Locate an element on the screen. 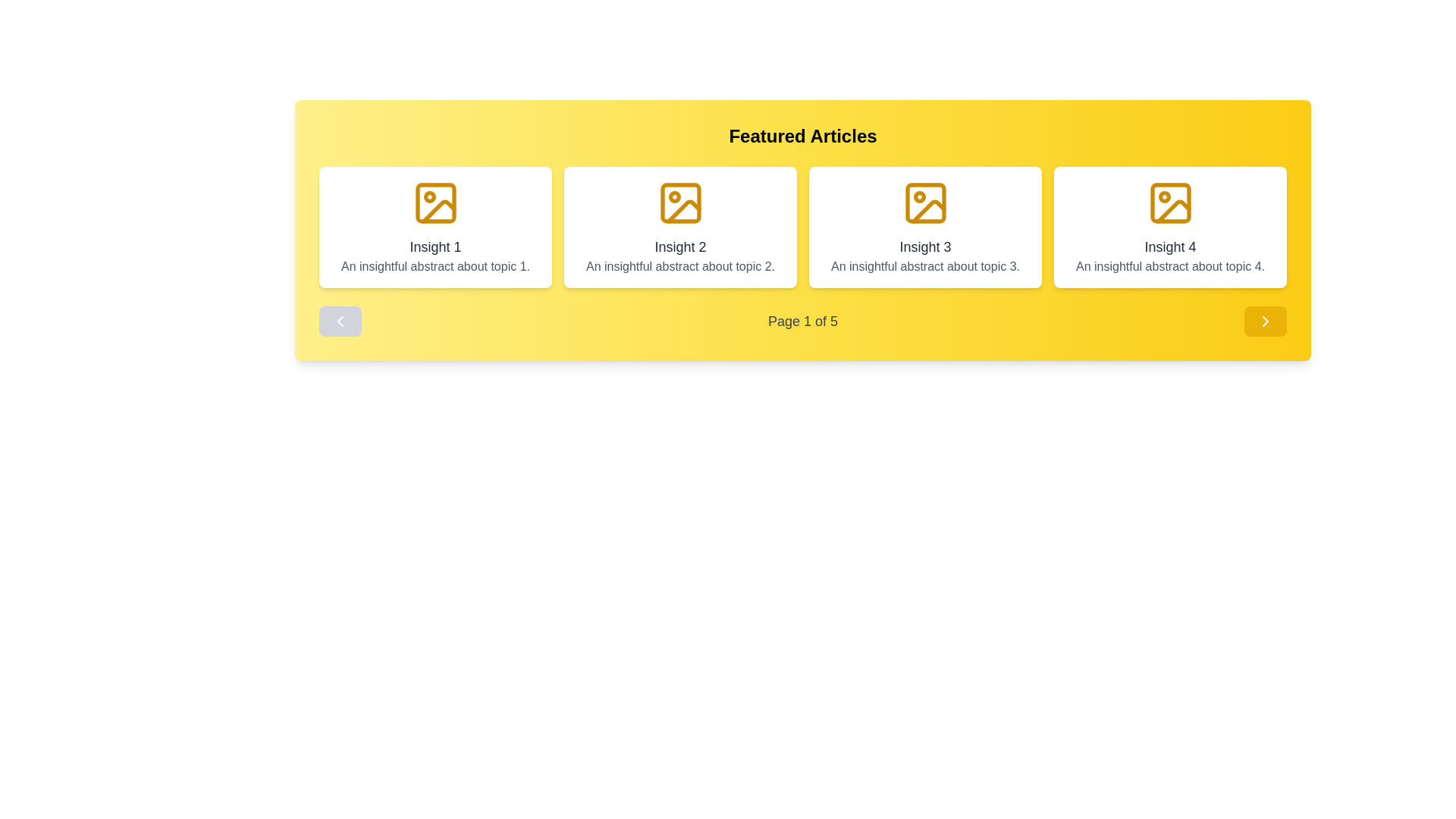  the icon representing 'Insight 1', located at the top-center of the card labeled 'Insight 1' in the 'Featured Articles' section is located at coordinates (435, 202).